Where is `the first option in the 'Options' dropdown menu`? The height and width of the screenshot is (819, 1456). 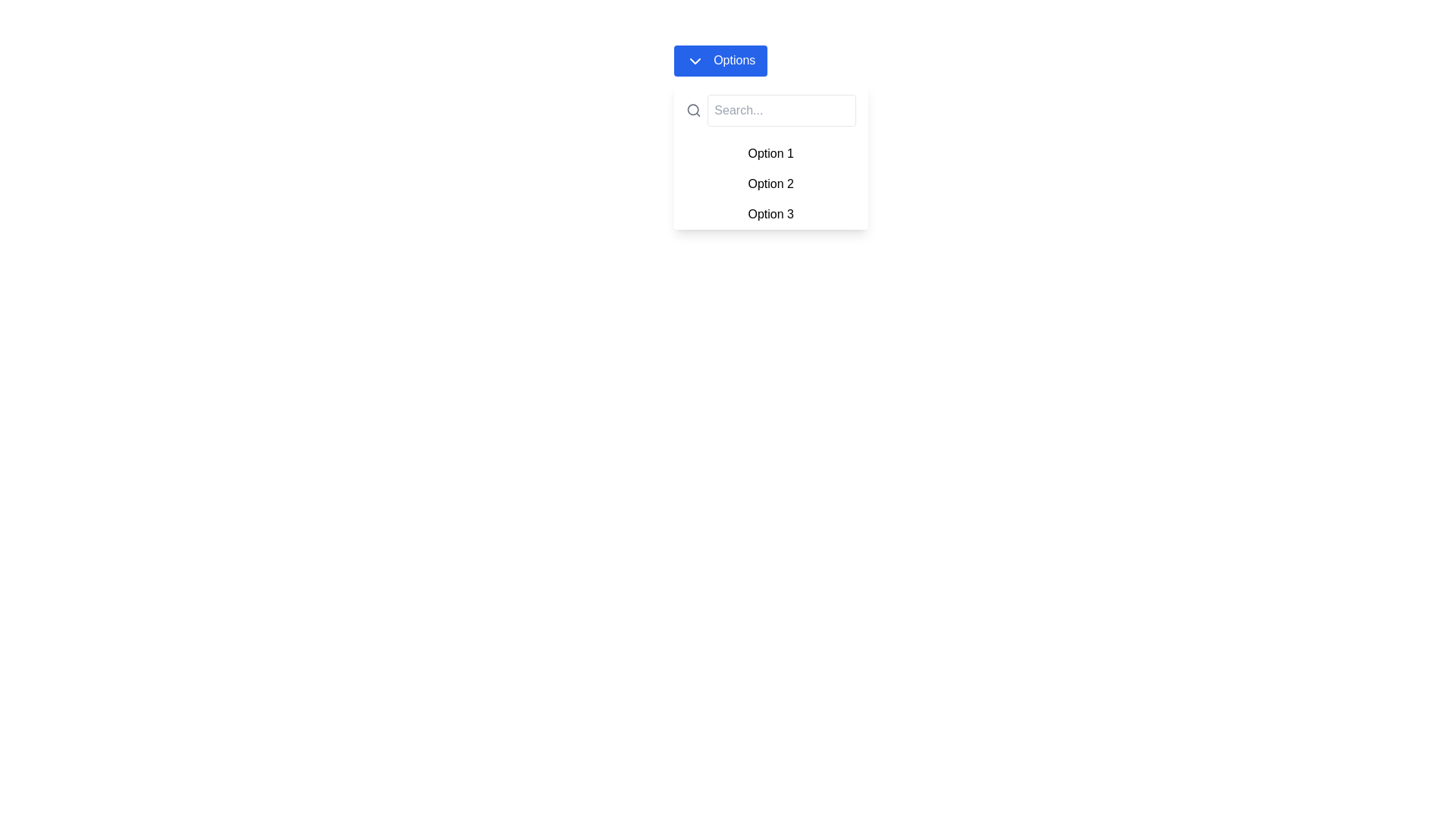
the first option in the 'Options' dropdown menu is located at coordinates (770, 153).